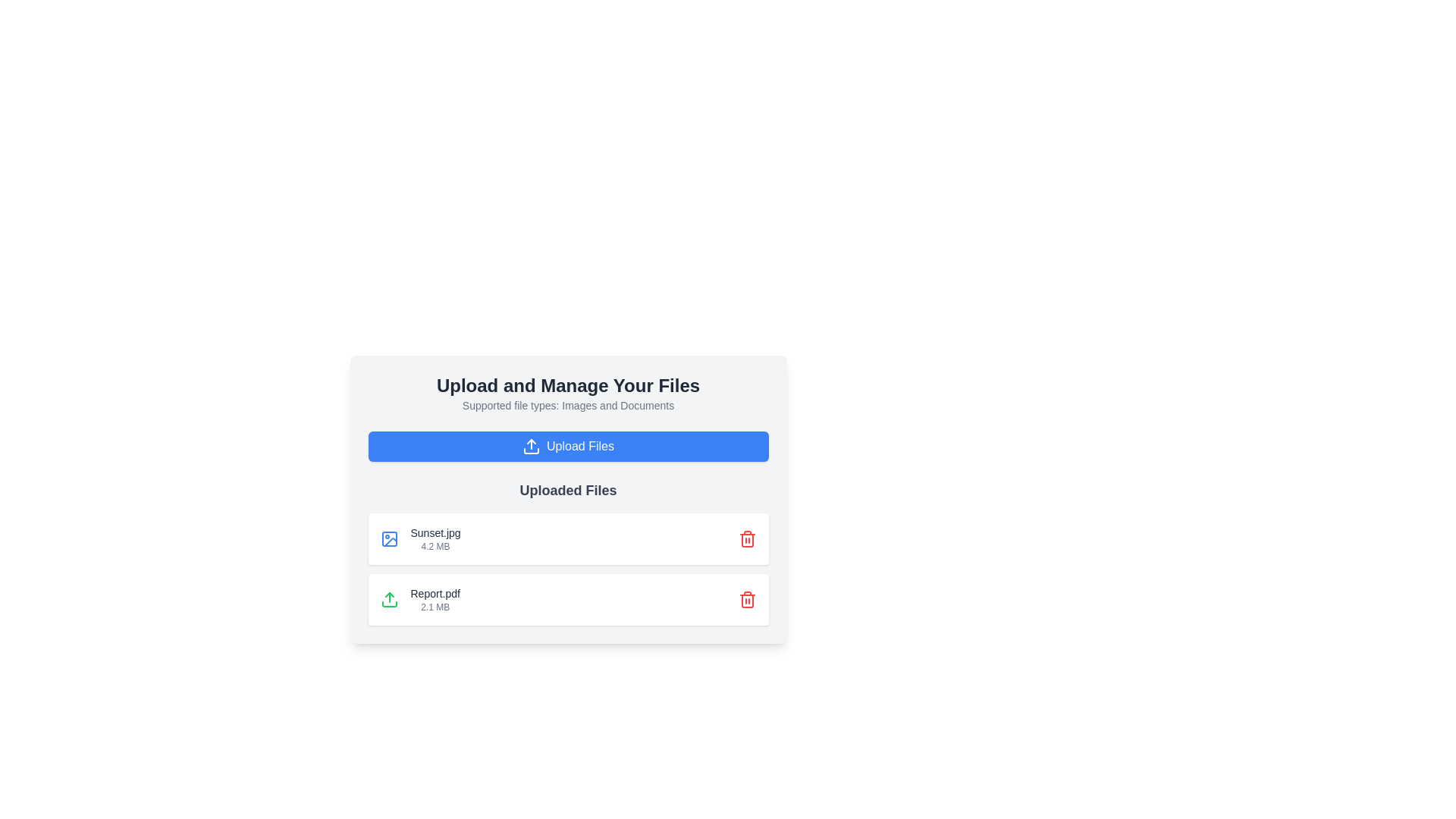 This screenshot has height=819, width=1456. I want to click on the text label that serves as the header for the section displaying uploaded files, located beneath the 'Upload Files' button and above the list of uploaded files, so click(567, 491).